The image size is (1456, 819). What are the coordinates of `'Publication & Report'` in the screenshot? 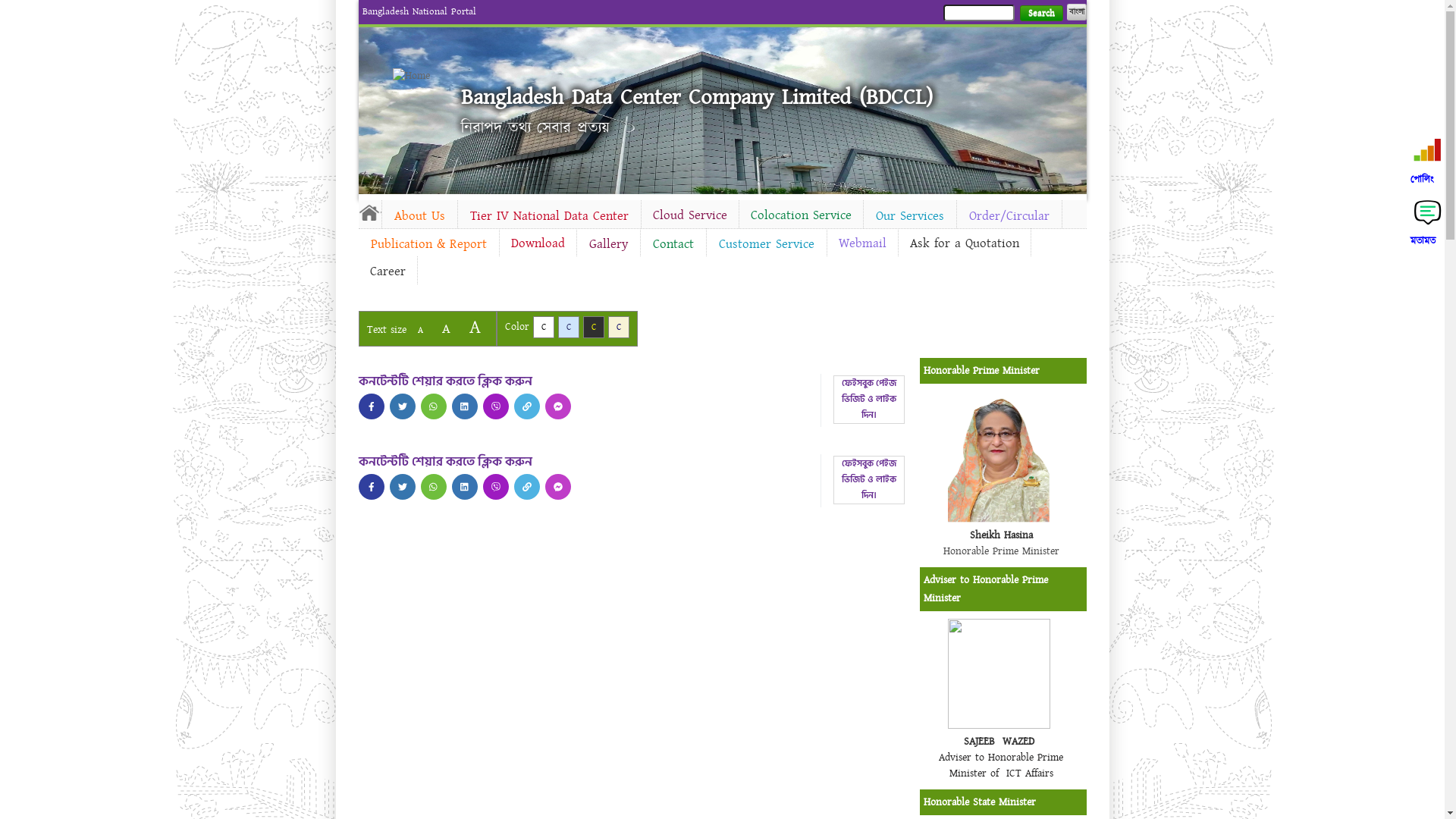 It's located at (427, 243).